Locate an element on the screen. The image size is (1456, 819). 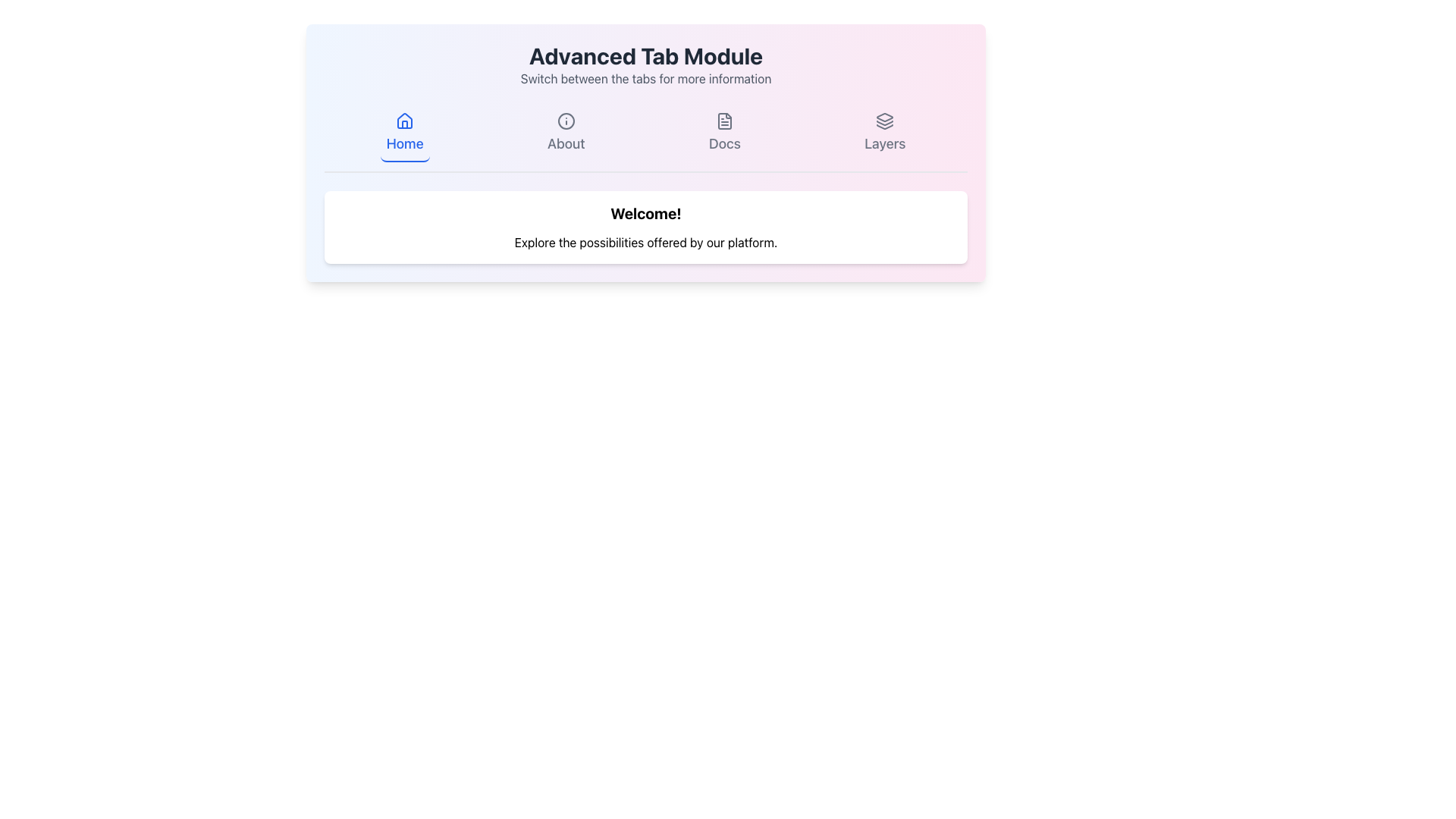
the circular icon component representing the 'About' tab, which is centrally positioned within the header section is located at coordinates (565, 120).